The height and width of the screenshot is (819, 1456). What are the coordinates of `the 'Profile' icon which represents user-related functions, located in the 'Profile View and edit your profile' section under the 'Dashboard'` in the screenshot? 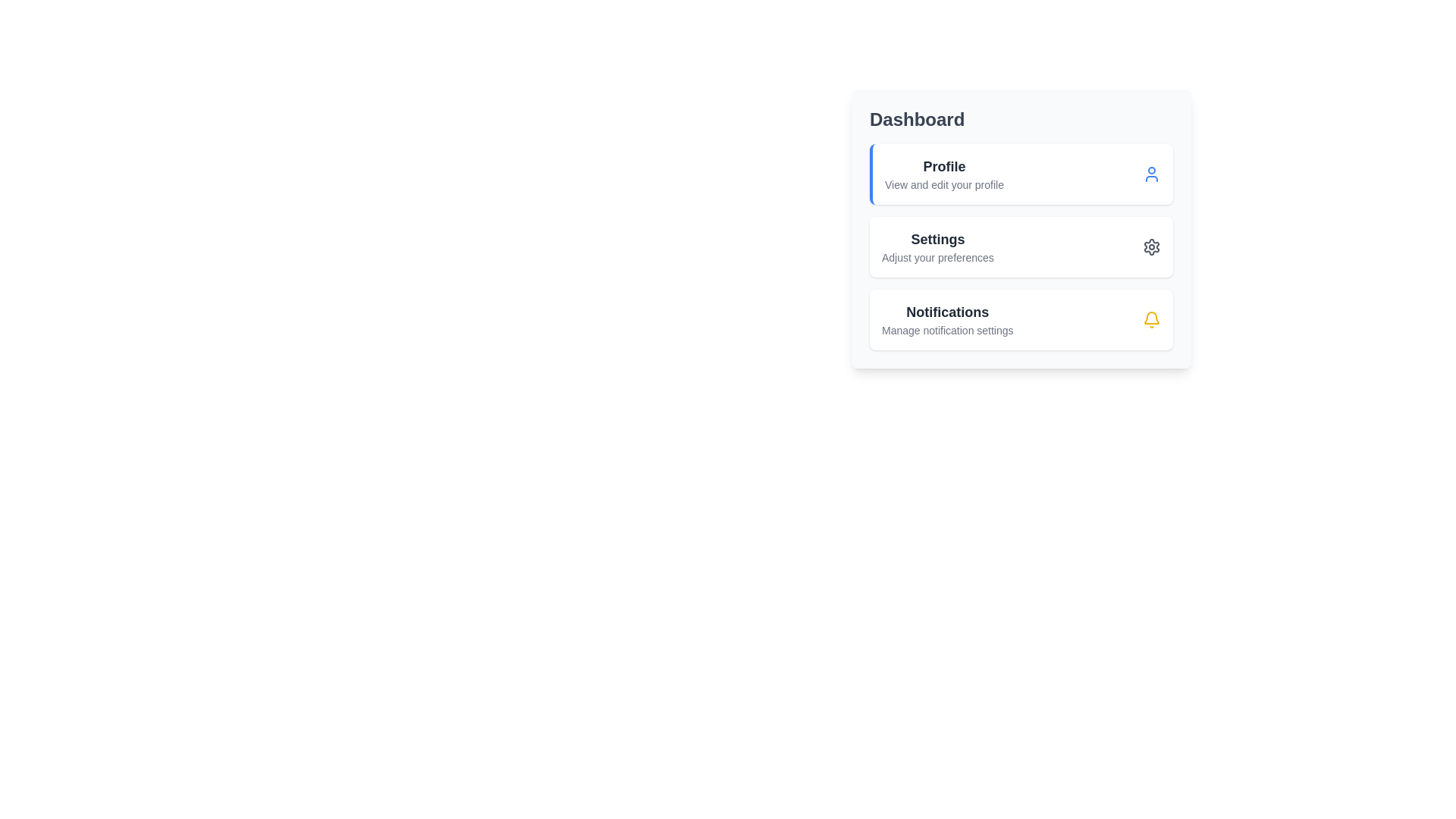 It's located at (1151, 174).